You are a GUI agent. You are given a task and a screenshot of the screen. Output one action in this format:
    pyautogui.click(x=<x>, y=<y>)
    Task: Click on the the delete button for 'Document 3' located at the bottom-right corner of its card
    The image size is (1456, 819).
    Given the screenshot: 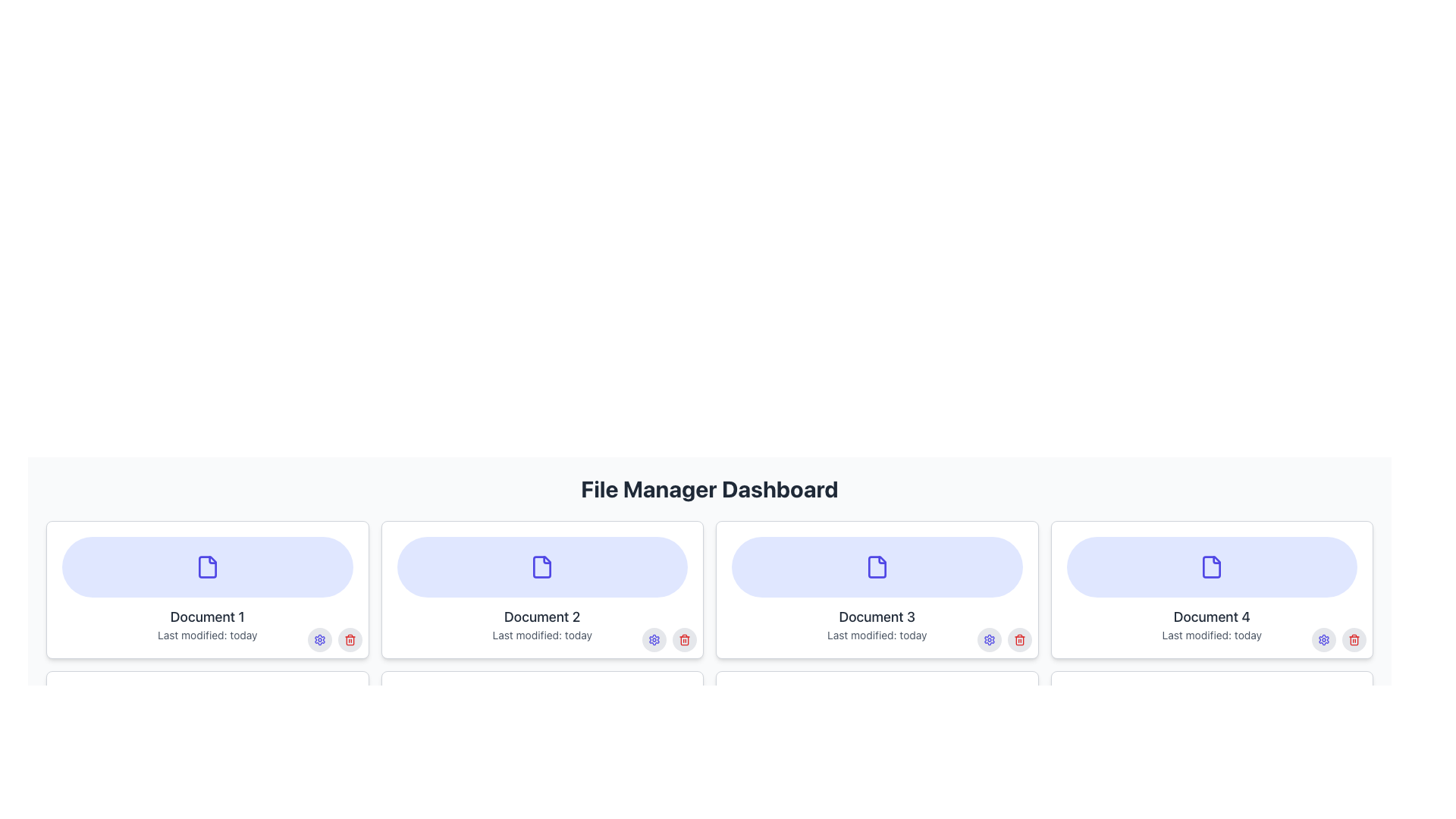 What is the action you would take?
    pyautogui.click(x=1019, y=640)
    